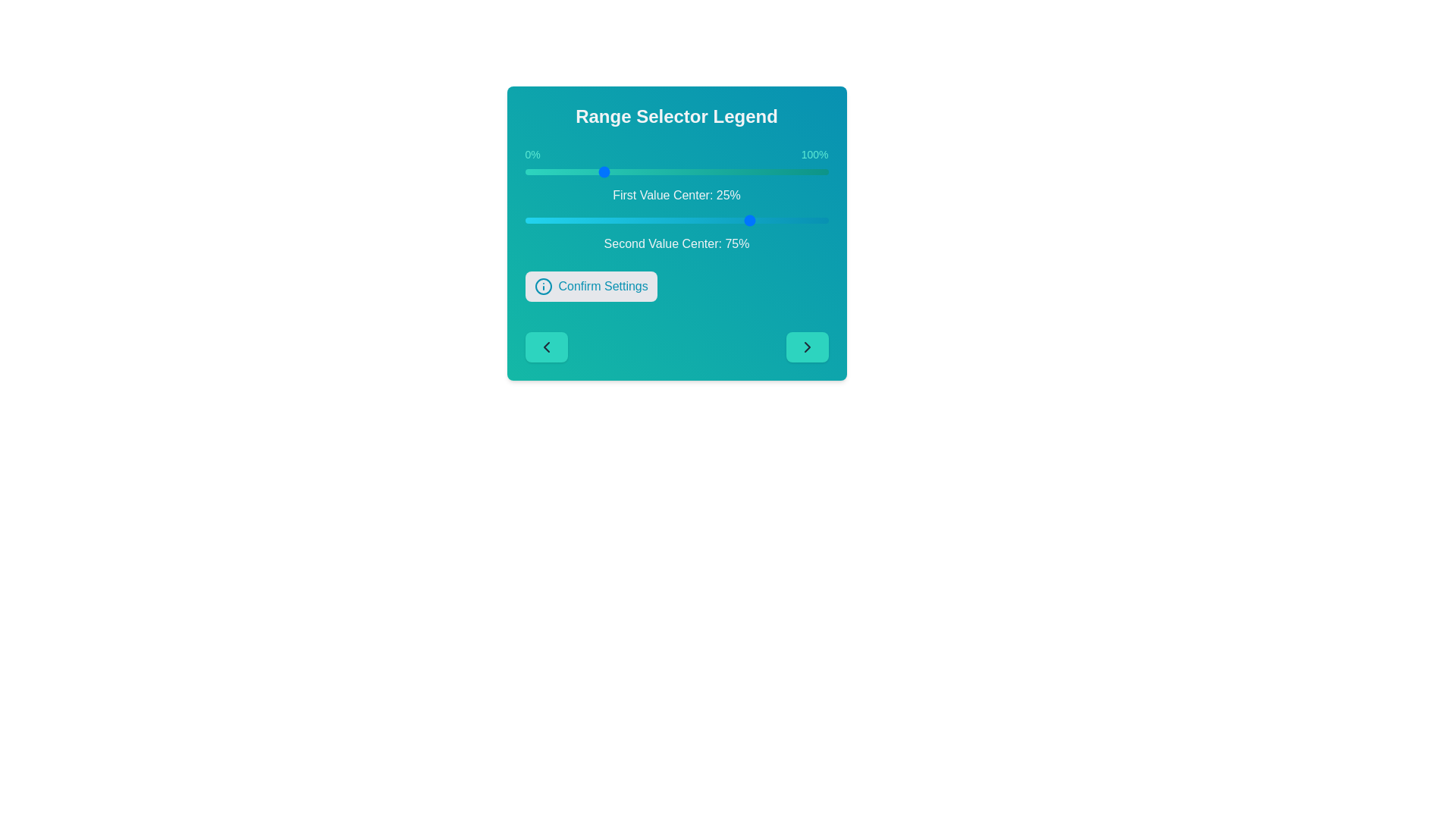  I want to click on the slider value, so click(679, 220).